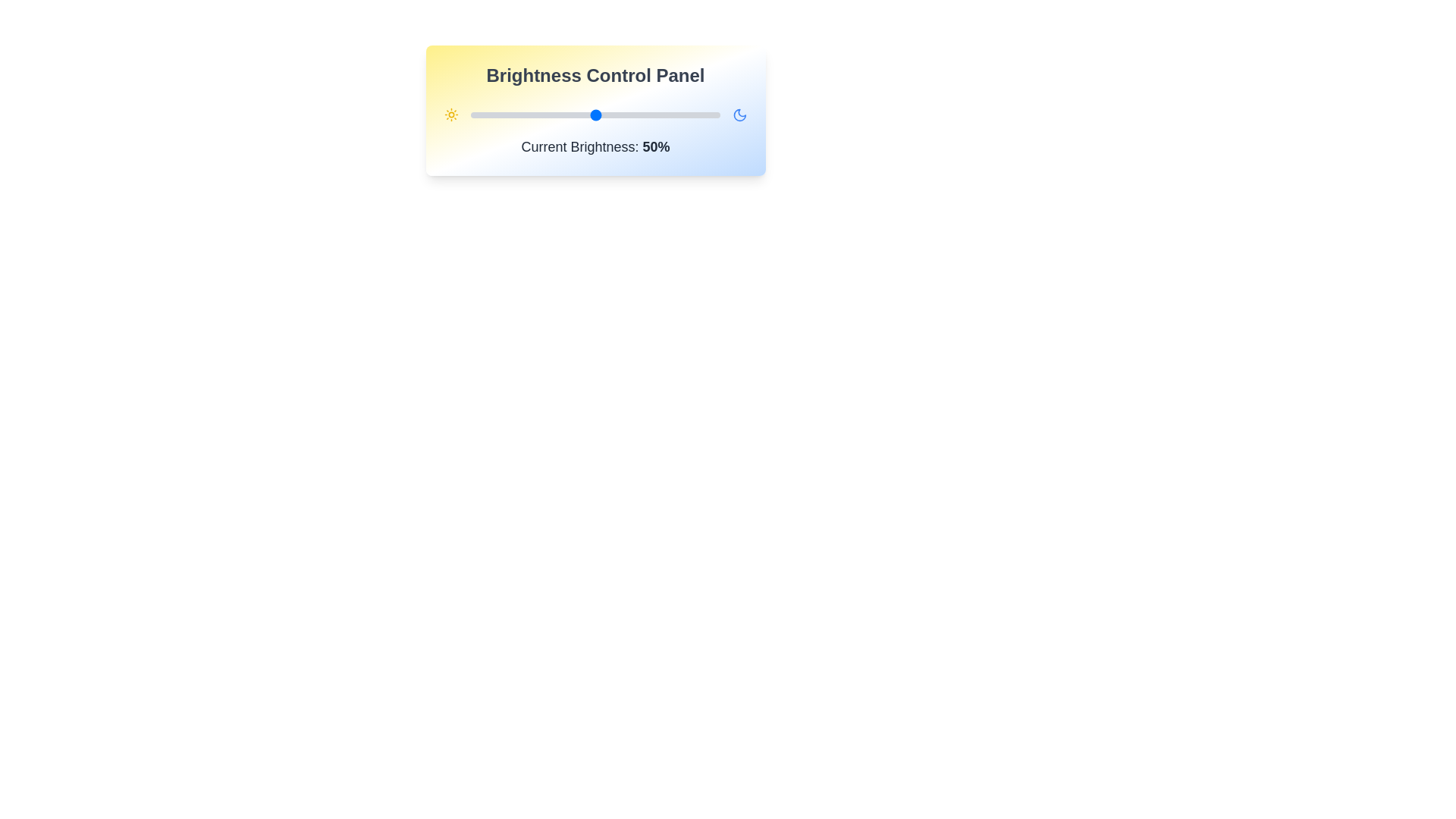 The width and height of the screenshot is (1456, 819). Describe the element at coordinates (518, 114) in the screenshot. I see `the brightness level` at that location.